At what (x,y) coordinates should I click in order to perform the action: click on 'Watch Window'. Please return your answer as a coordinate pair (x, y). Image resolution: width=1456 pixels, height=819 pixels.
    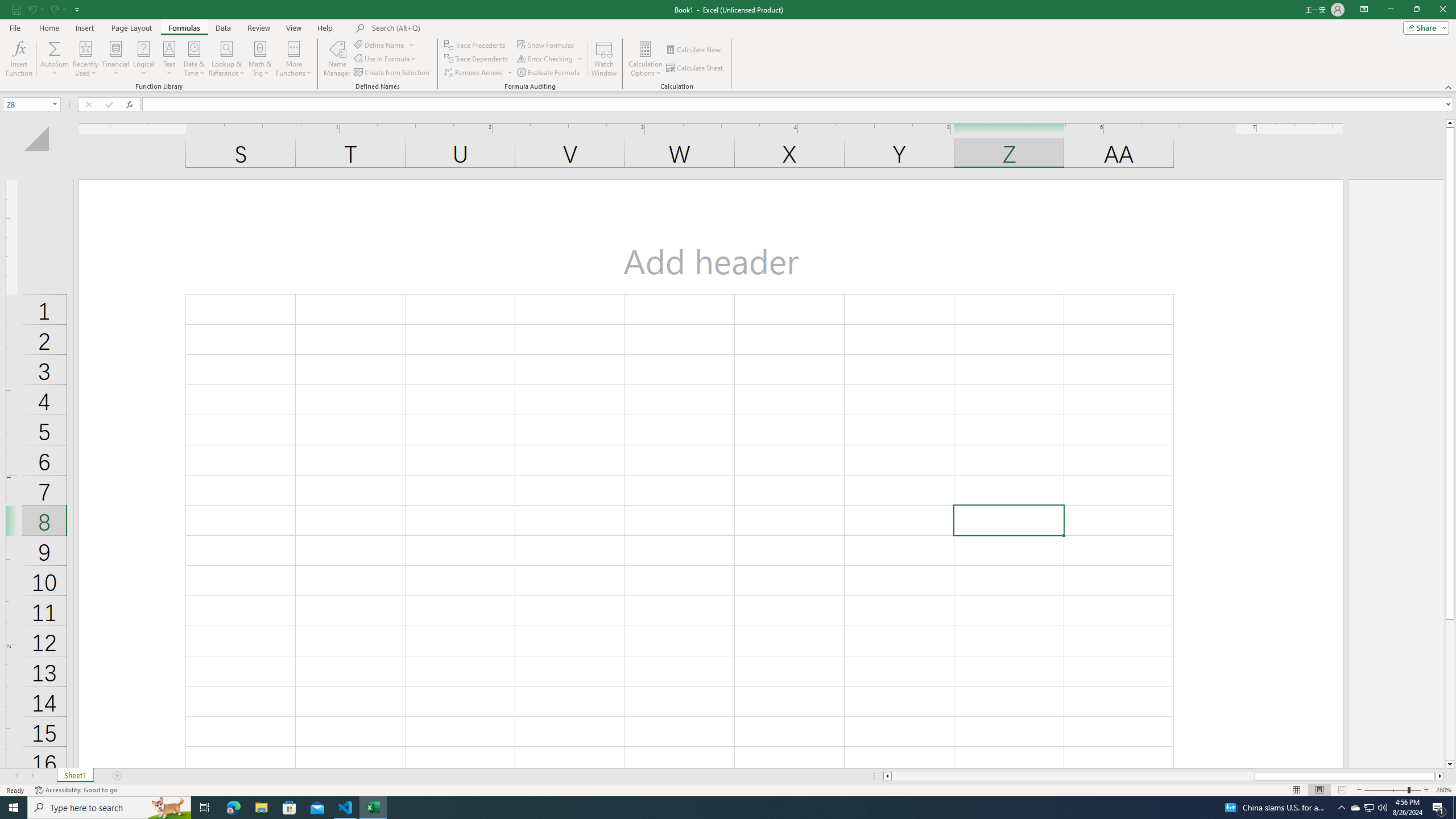
    Looking at the image, I should click on (603, 59).